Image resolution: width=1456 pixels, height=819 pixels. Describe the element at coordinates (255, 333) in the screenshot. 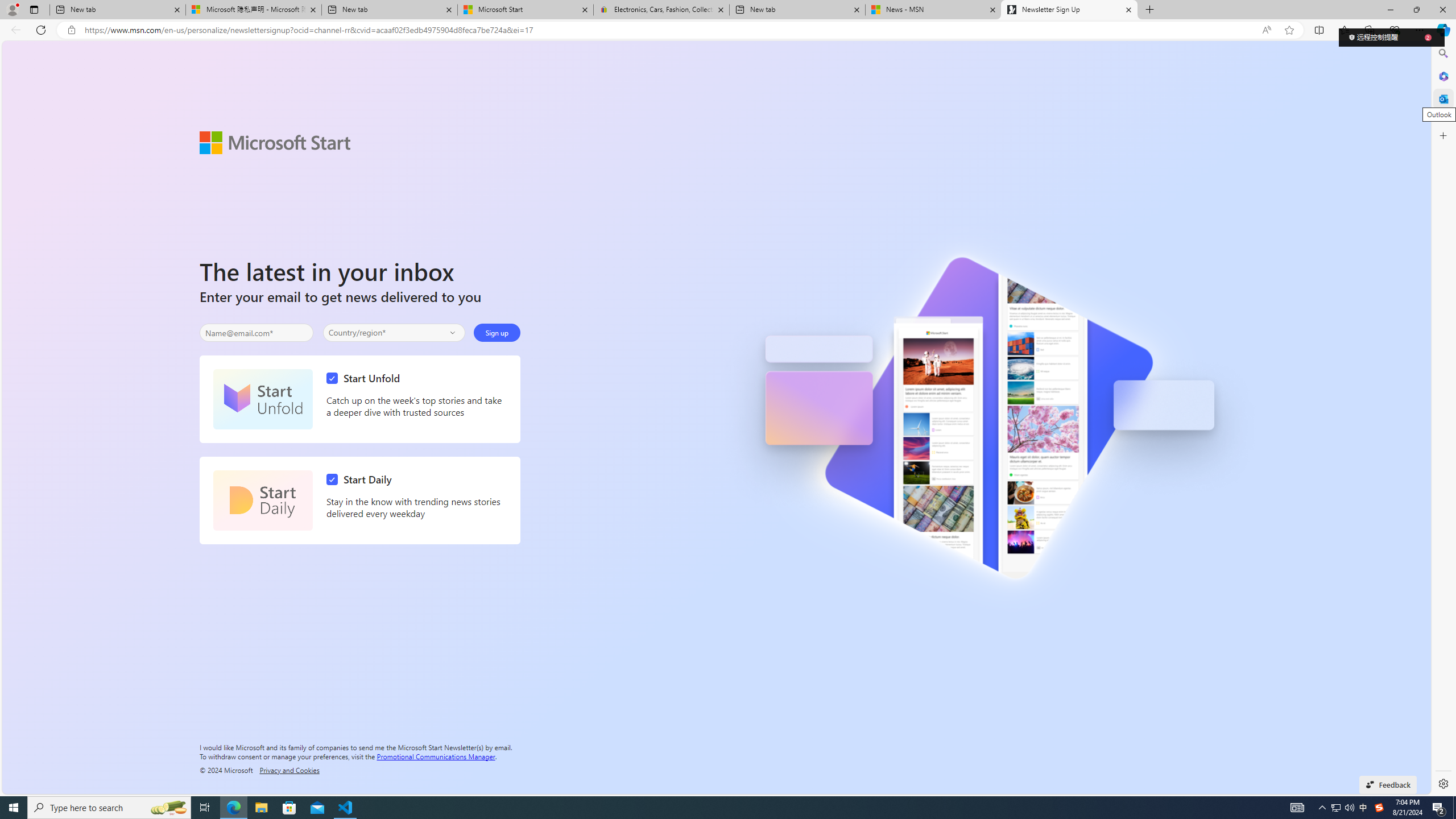

I see `'Enter your email'` at that location.